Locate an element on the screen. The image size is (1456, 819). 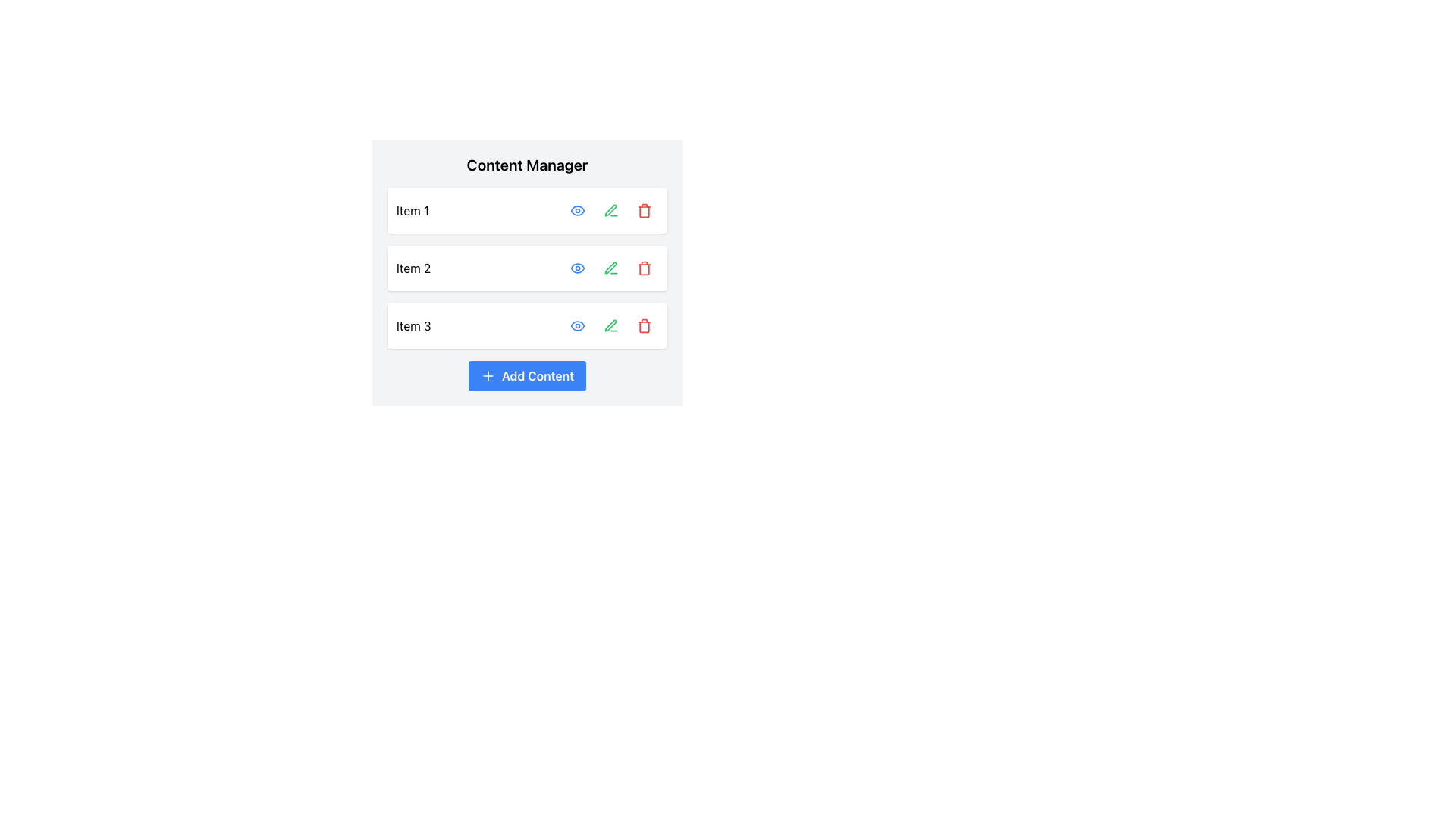
the view icon button located in the first row of the Content Manager section next to 'Item 1' is located at coordinates (577, 210).